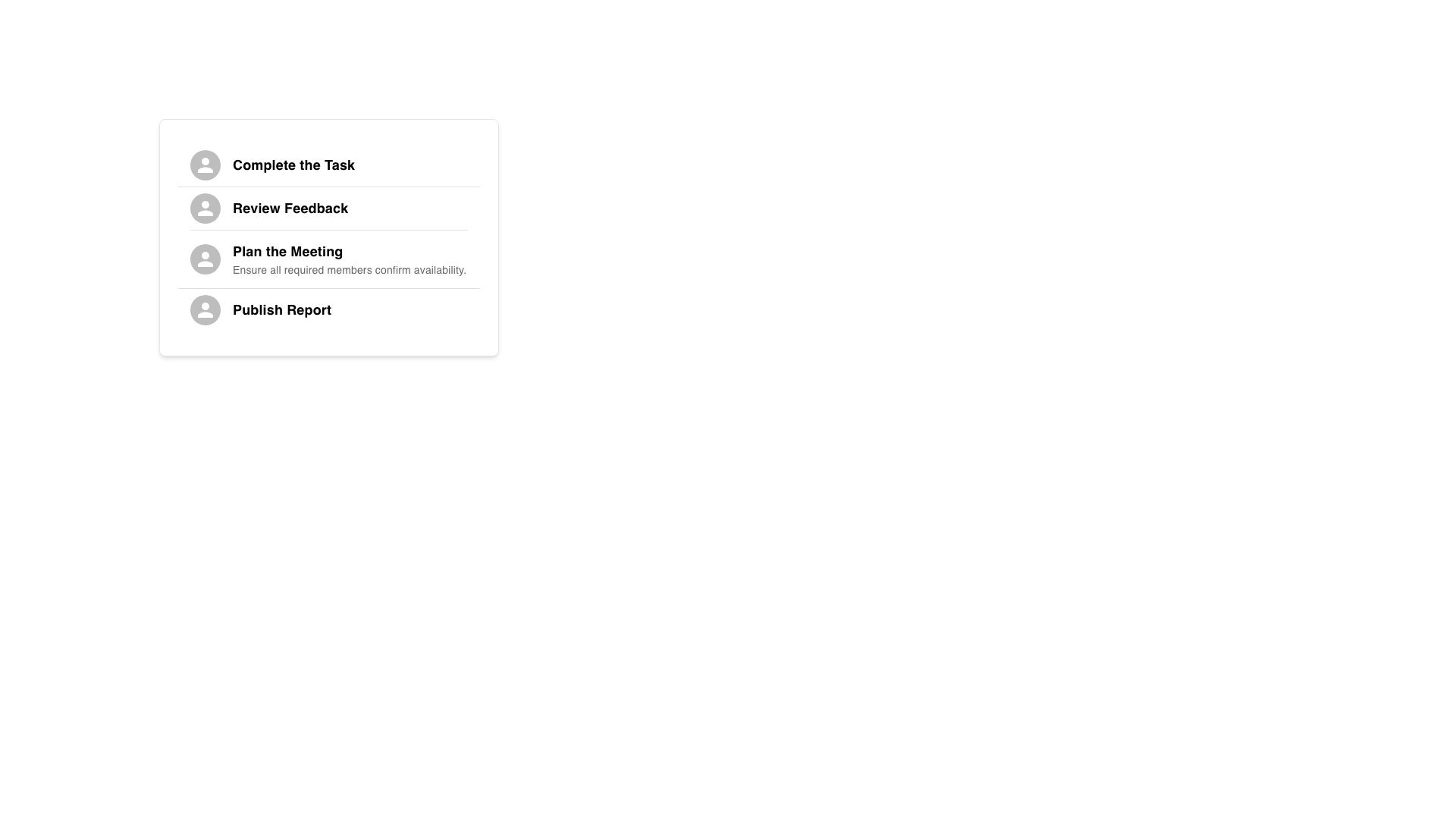  I want to click on the avatar icon representing the user associated with the task 'Complete the Task', located at the top-left of the vertical list of items, so click(204, 165).